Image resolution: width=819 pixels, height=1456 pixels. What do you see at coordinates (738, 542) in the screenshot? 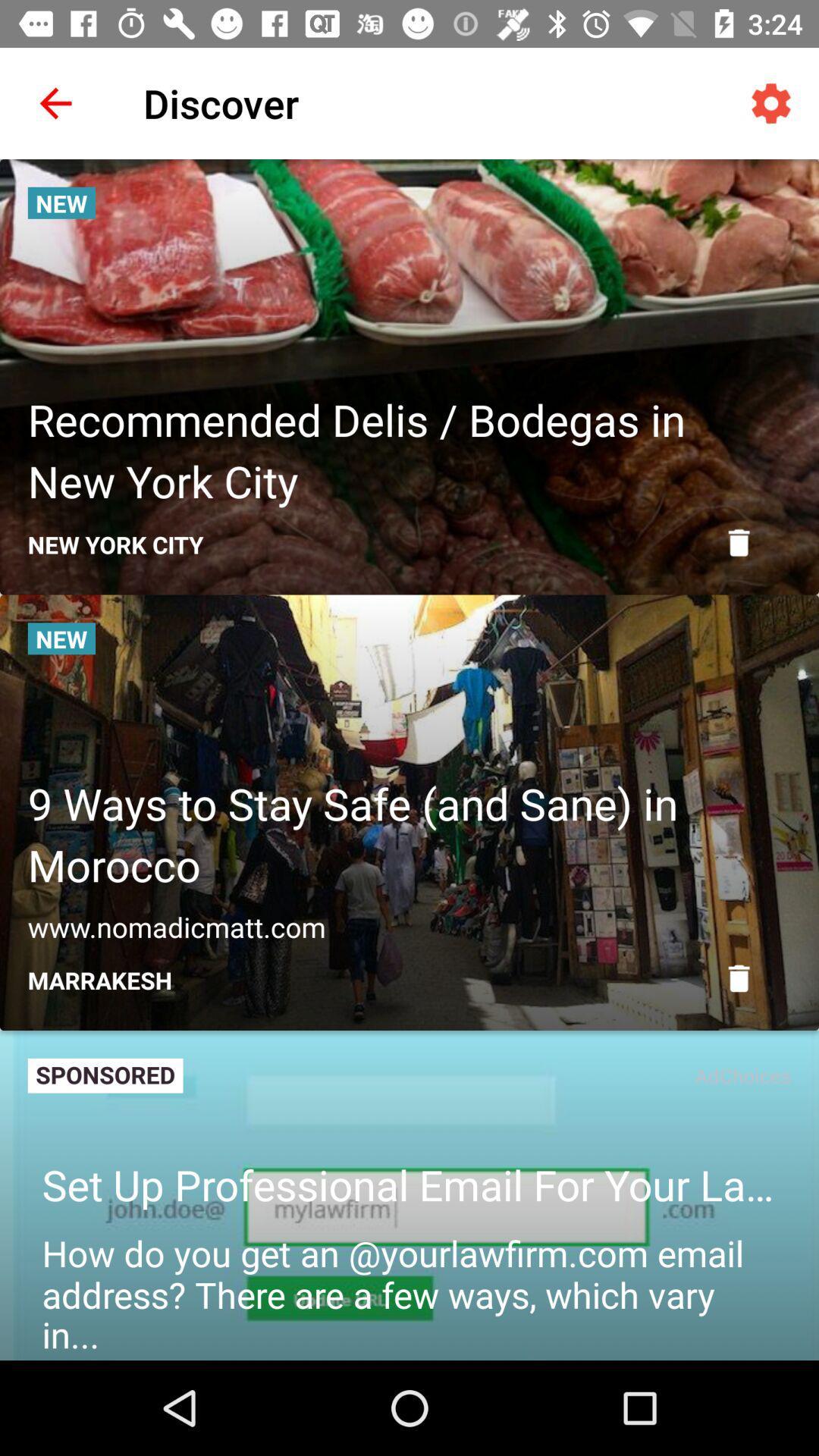
I see `delete option` at bounding box center [738, 542].